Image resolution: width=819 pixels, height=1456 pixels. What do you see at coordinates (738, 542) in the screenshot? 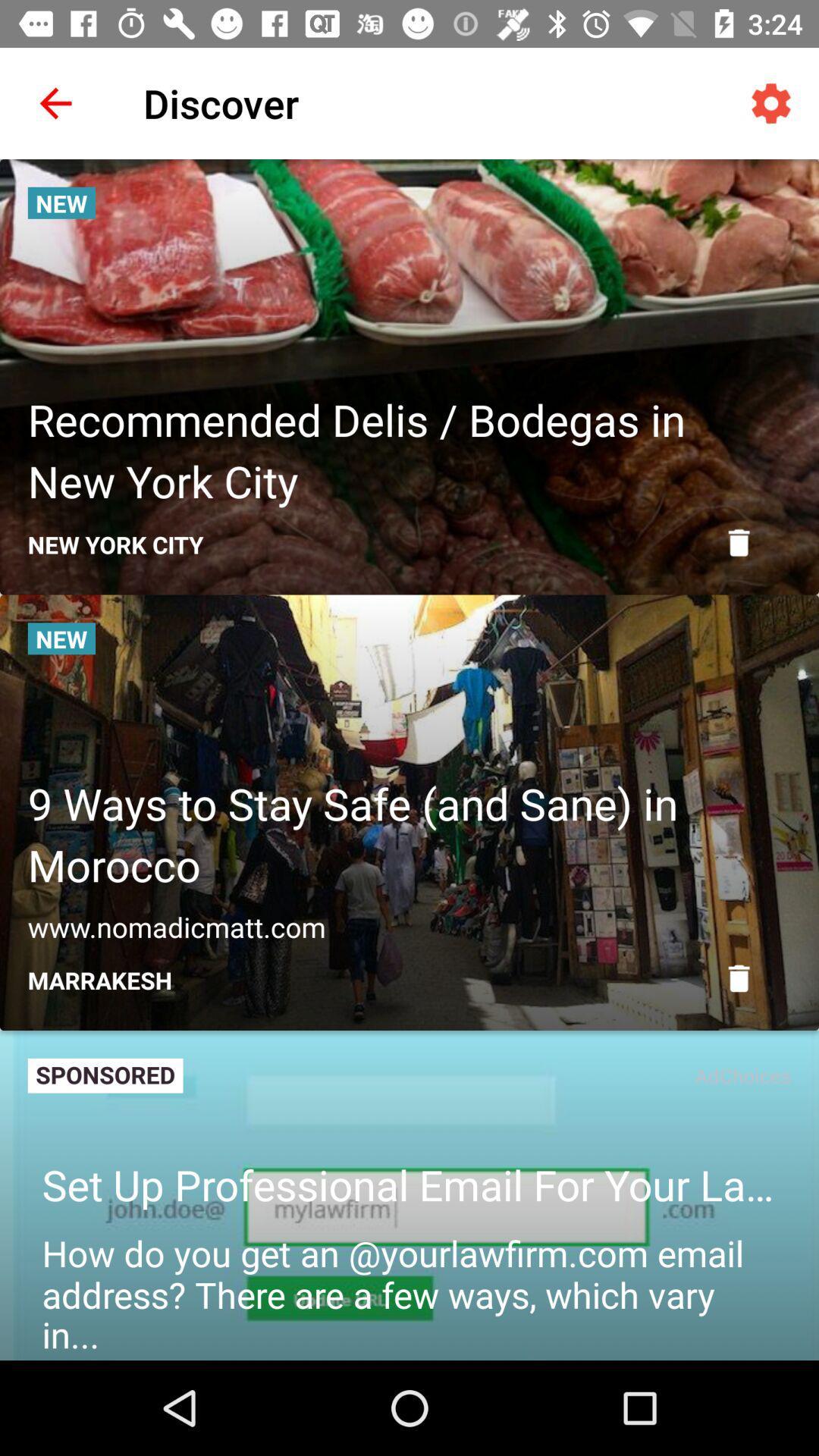
I see `delete option` at bounding box center [738, 542].